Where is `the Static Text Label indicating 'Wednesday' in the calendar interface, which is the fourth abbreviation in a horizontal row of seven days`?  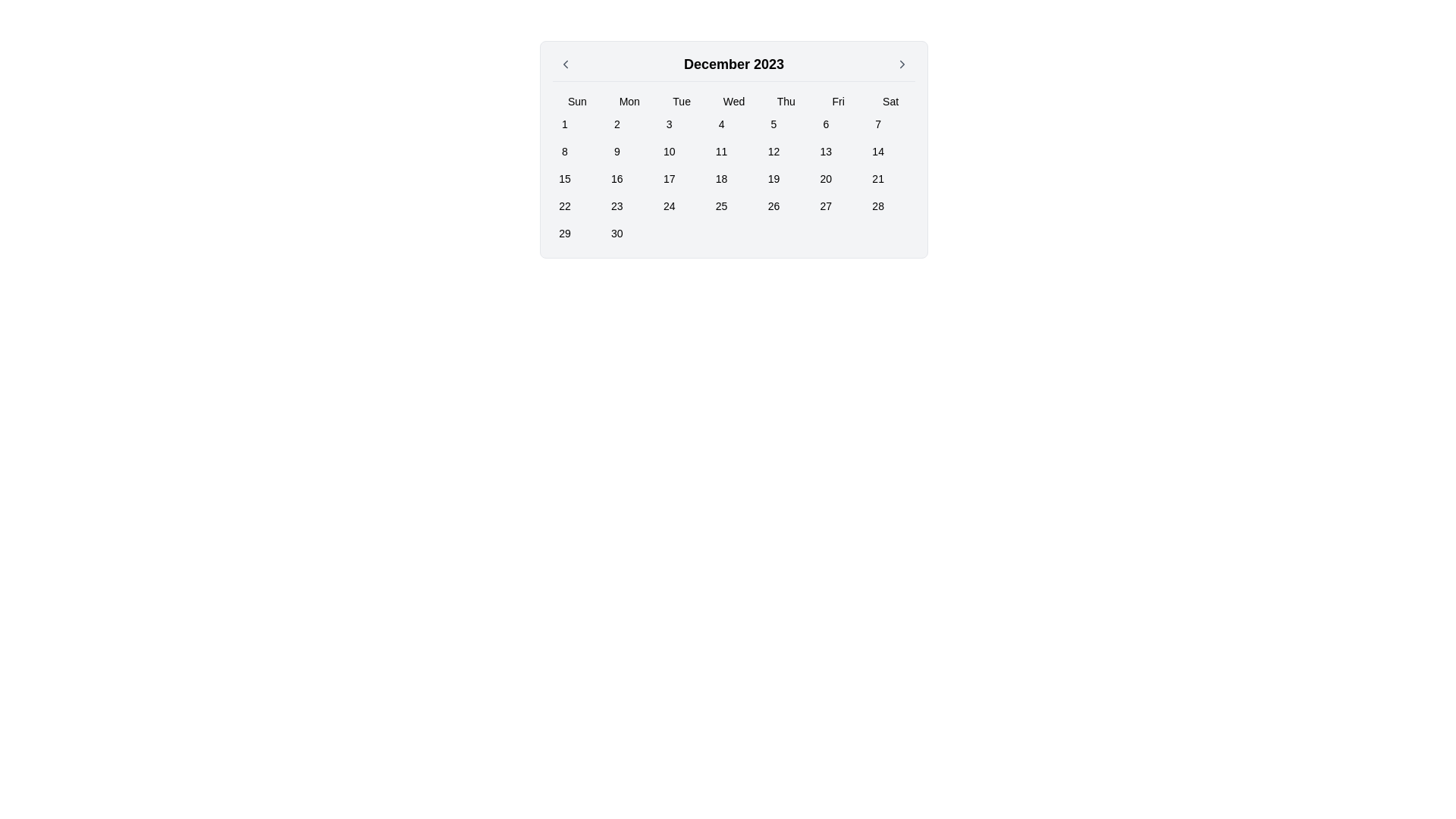 the Static Text Label indicating 'Wednesday' in the calendar interface, which is the fourth abbreviation in a horizontal row of seven days is located at coordinates (734, 102).